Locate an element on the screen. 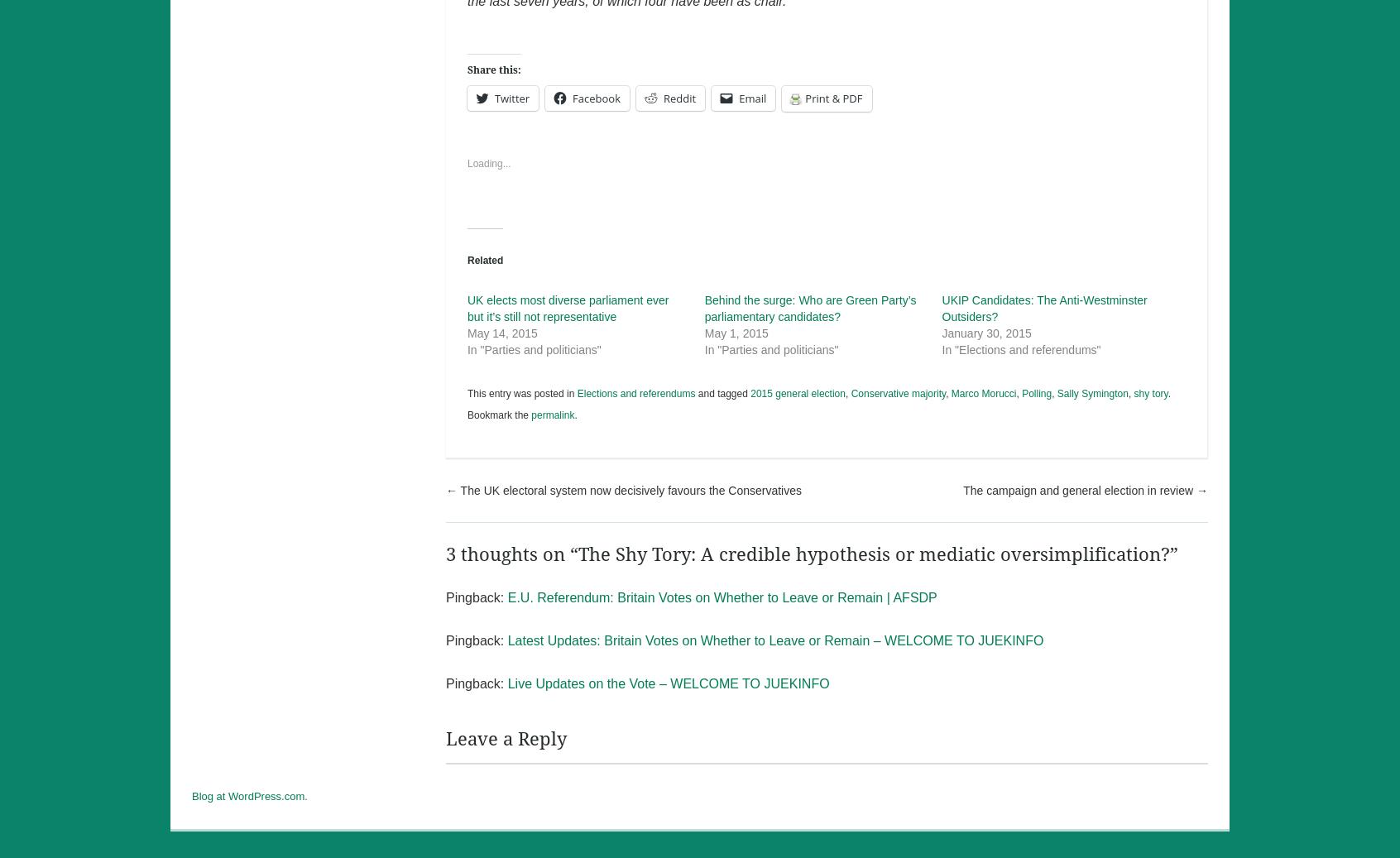 The height and width of the screenshot is (858, 1400). '2015 general election' is located at coordinates (797, 392).